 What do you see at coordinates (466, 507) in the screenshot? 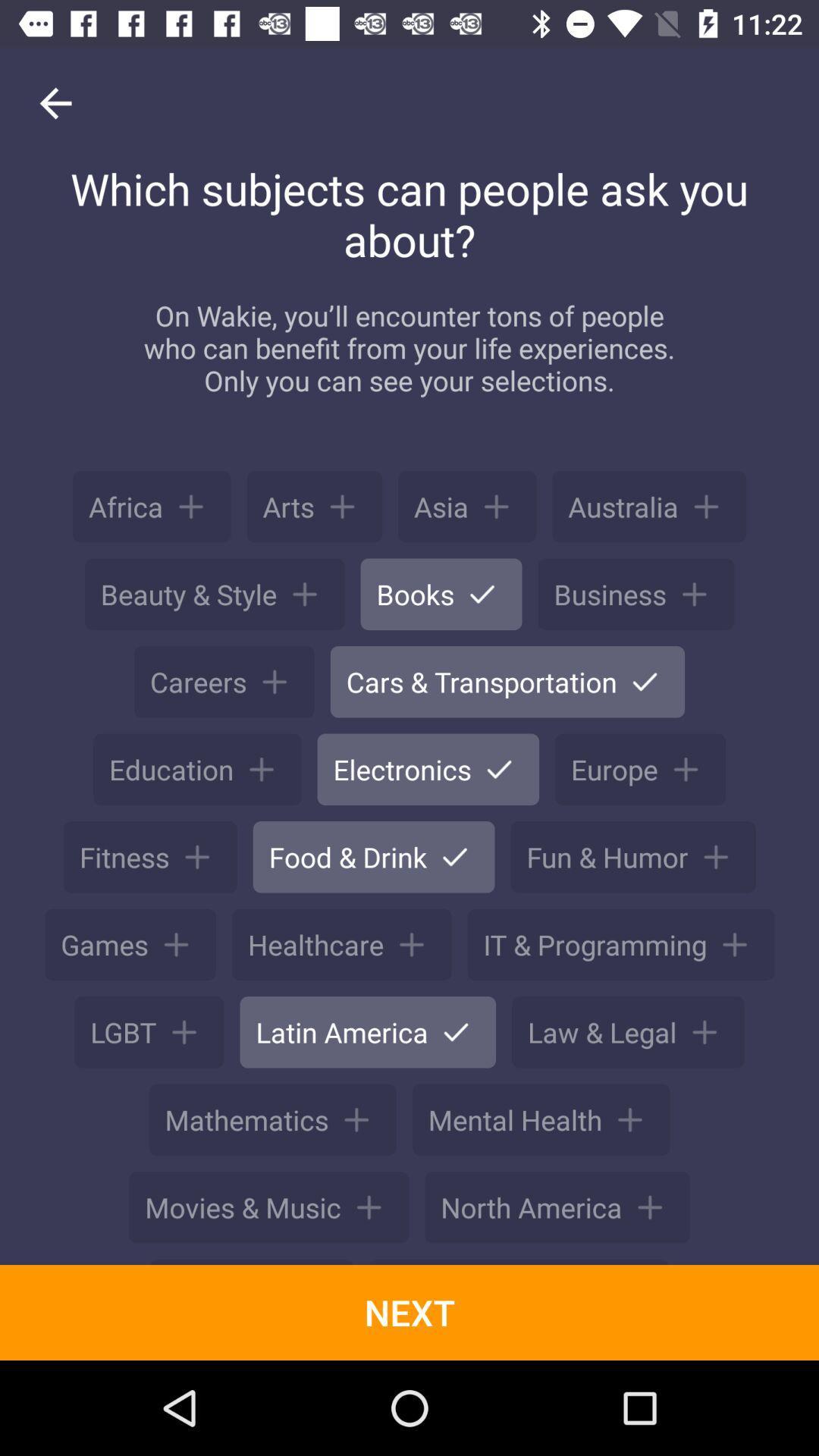
I see `the button above books` at bounding box center [466, 507].